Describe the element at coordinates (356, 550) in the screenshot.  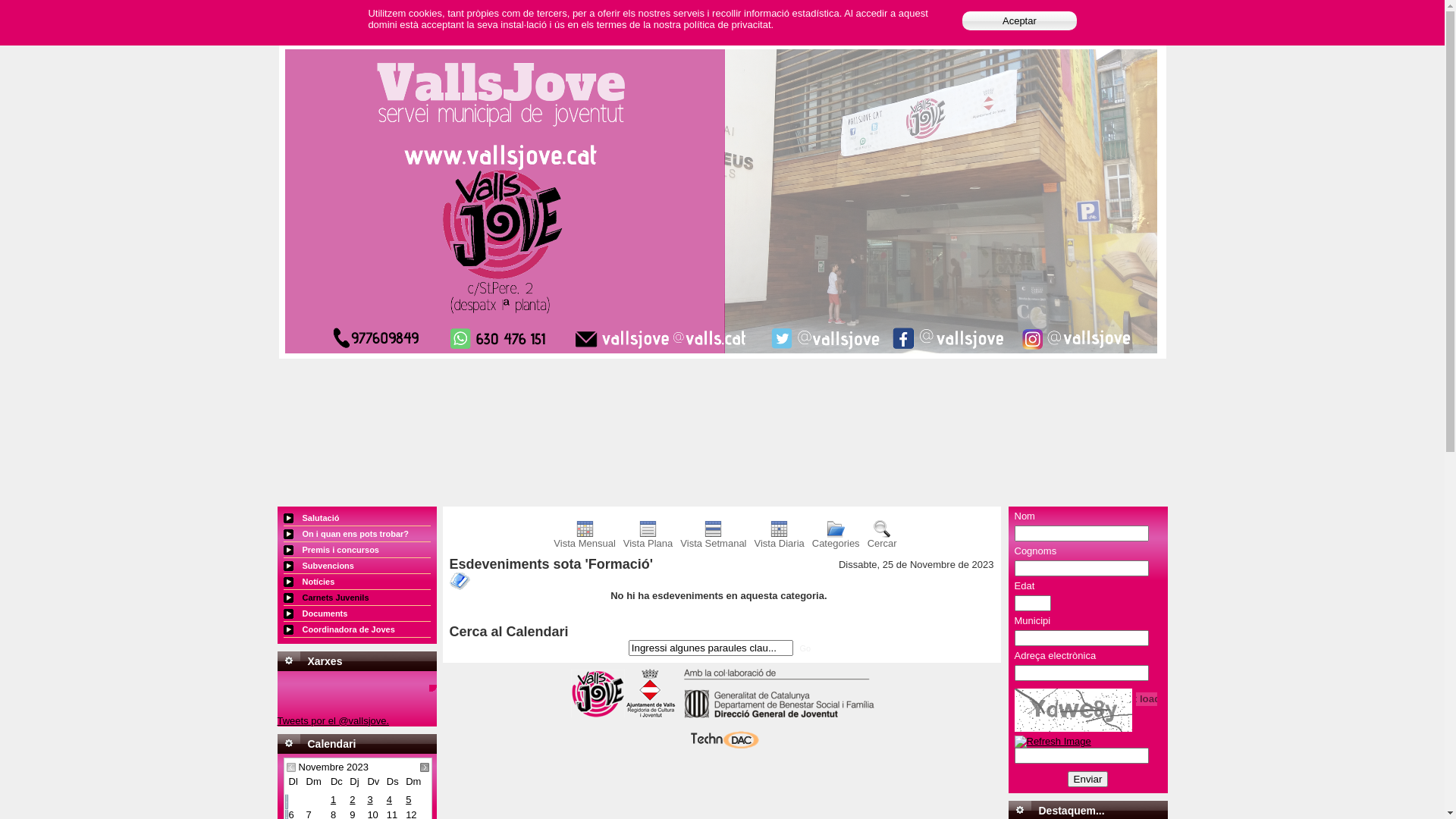
I see `'Premis i concursos'` at that location.